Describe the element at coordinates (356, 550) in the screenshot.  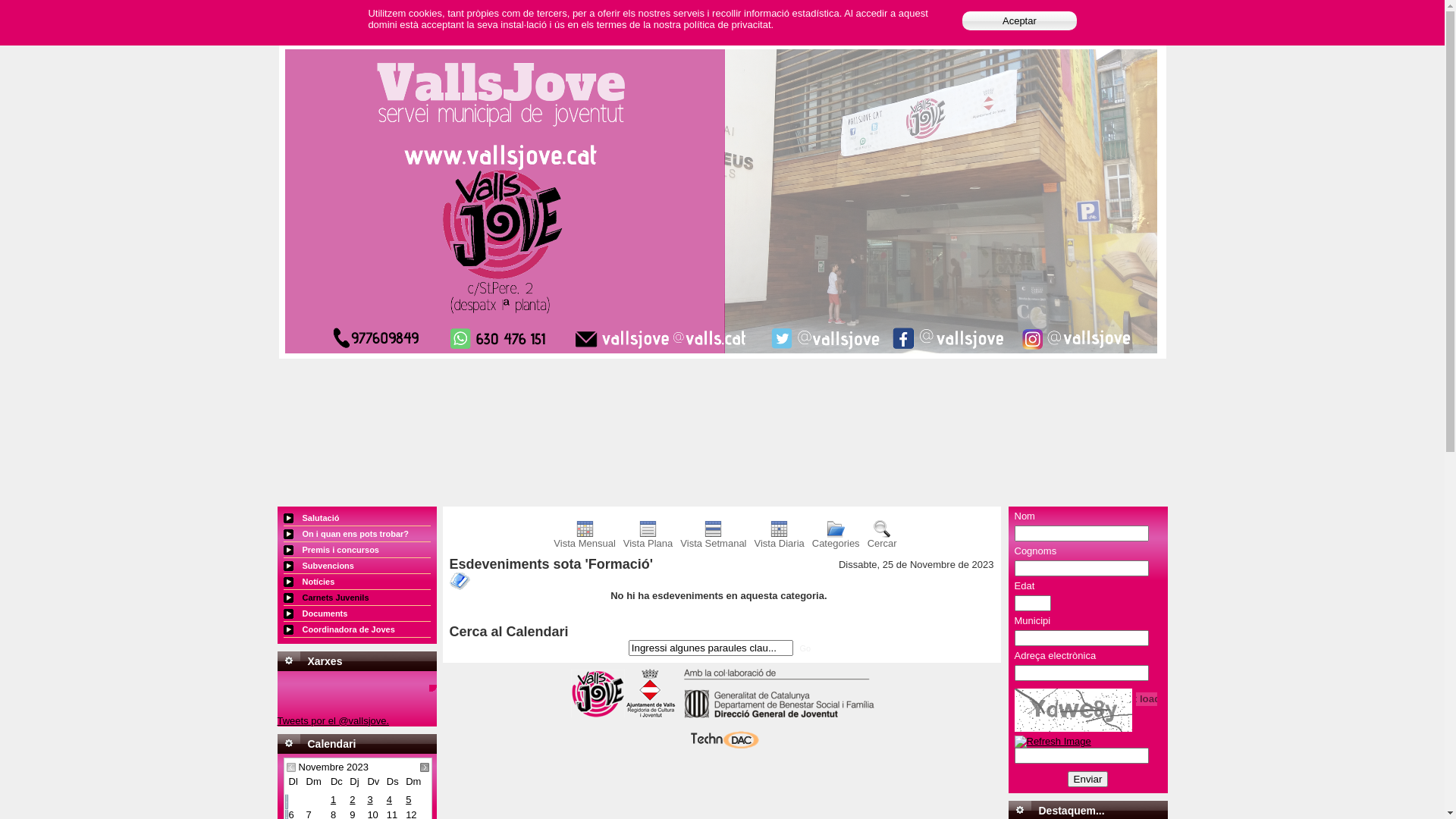
I see `'Premis i concursos'` at that location.